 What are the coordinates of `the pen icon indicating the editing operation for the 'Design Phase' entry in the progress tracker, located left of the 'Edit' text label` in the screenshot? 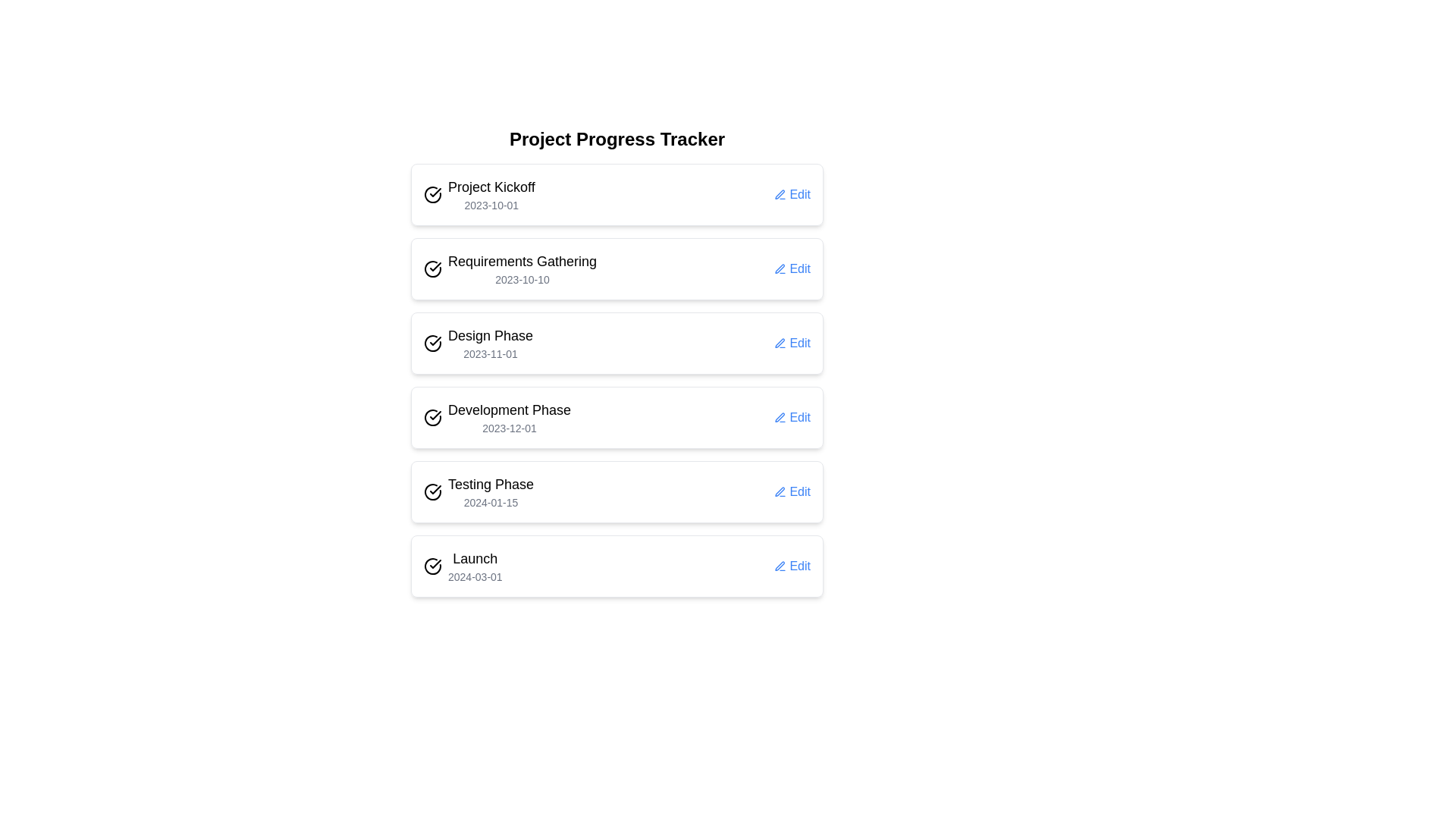 It's located at (780, 343).